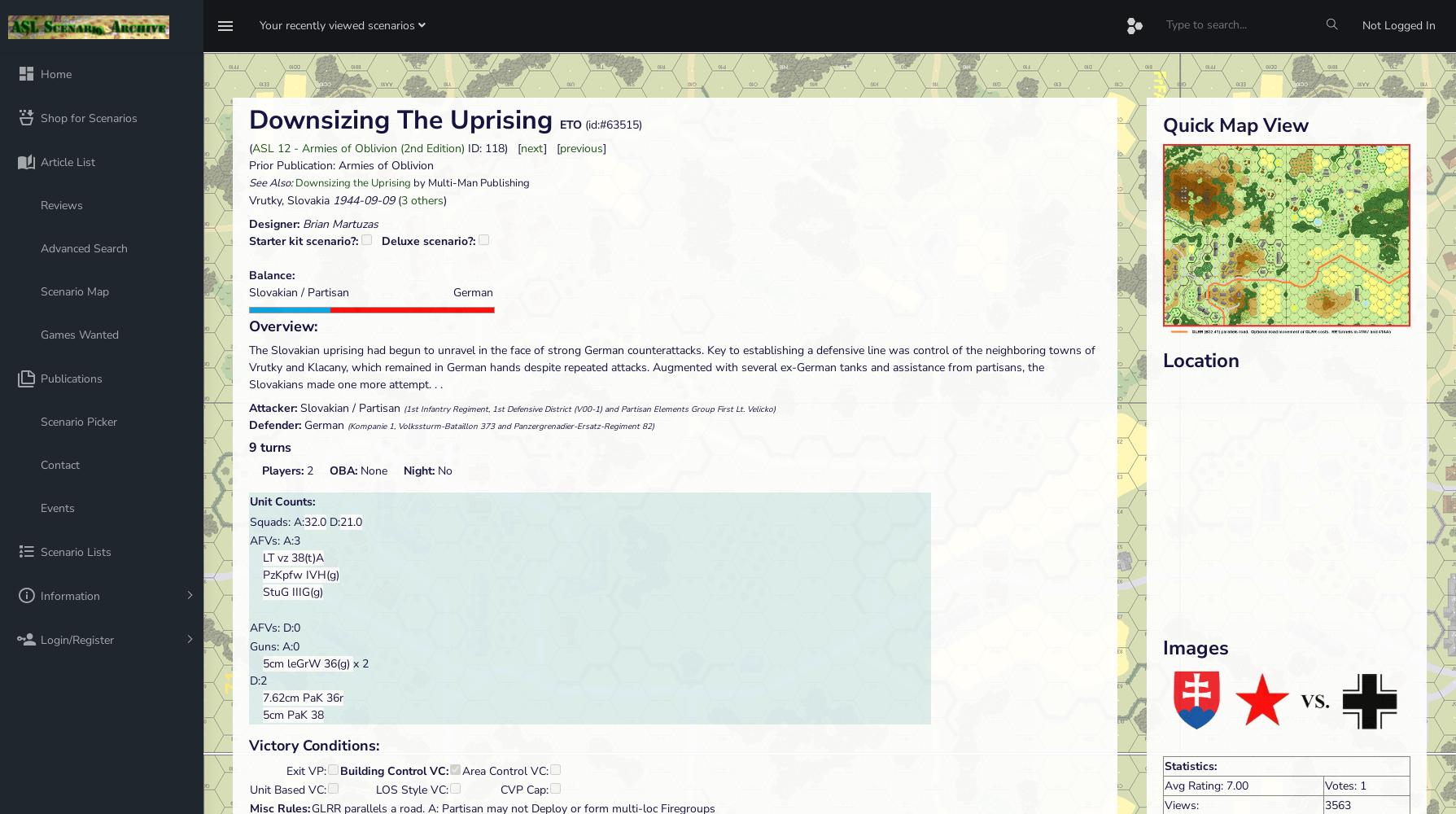 The height and width of the screenshot is (814, 1456). What do you see at coordinates (381, 470) in the screenshot?
I see `'None'` at bounding box center [381, 470].